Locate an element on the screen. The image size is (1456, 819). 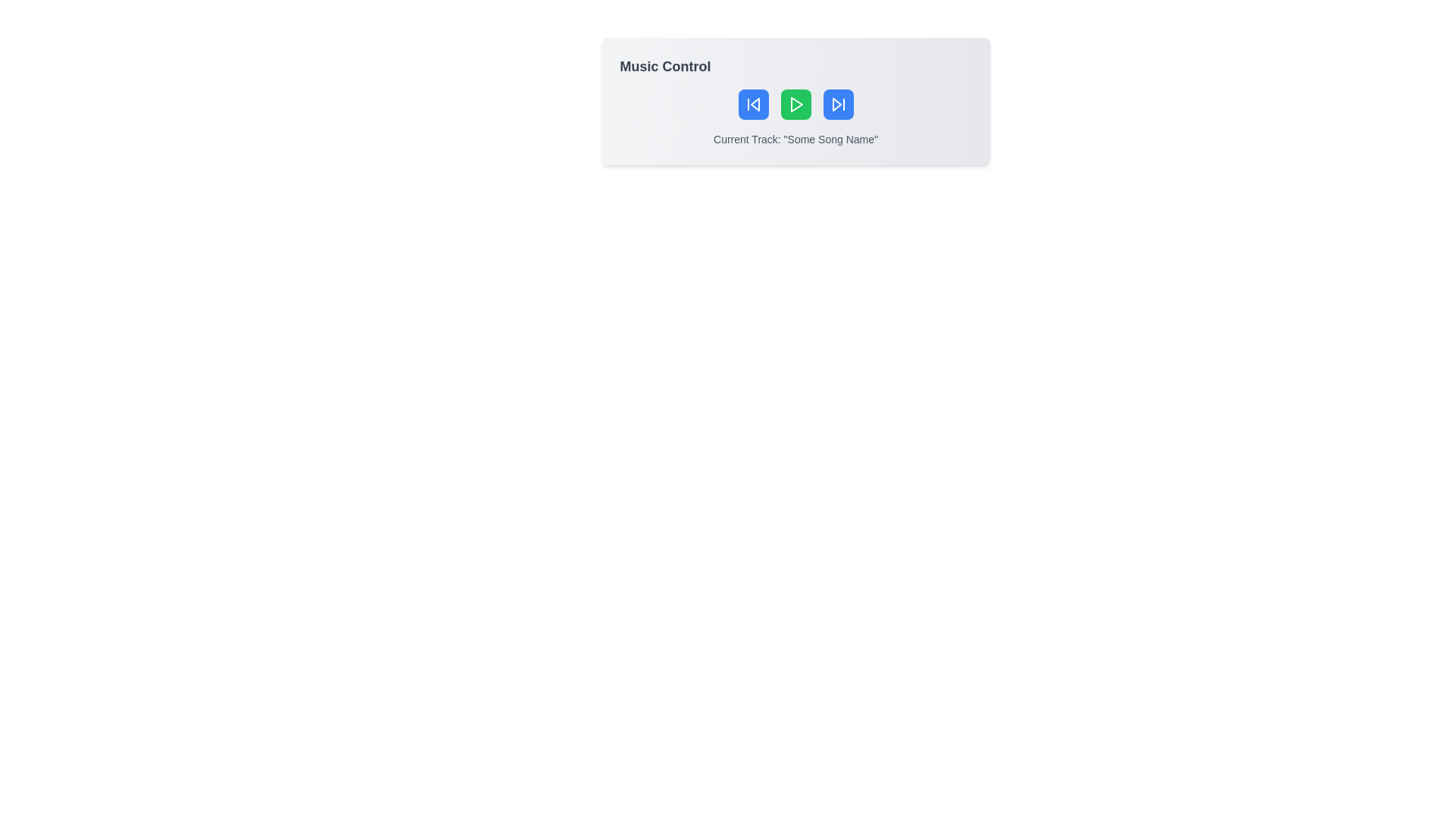
the play button in the Music Control panel to play or pause the track is located at coordinates (795, 104).